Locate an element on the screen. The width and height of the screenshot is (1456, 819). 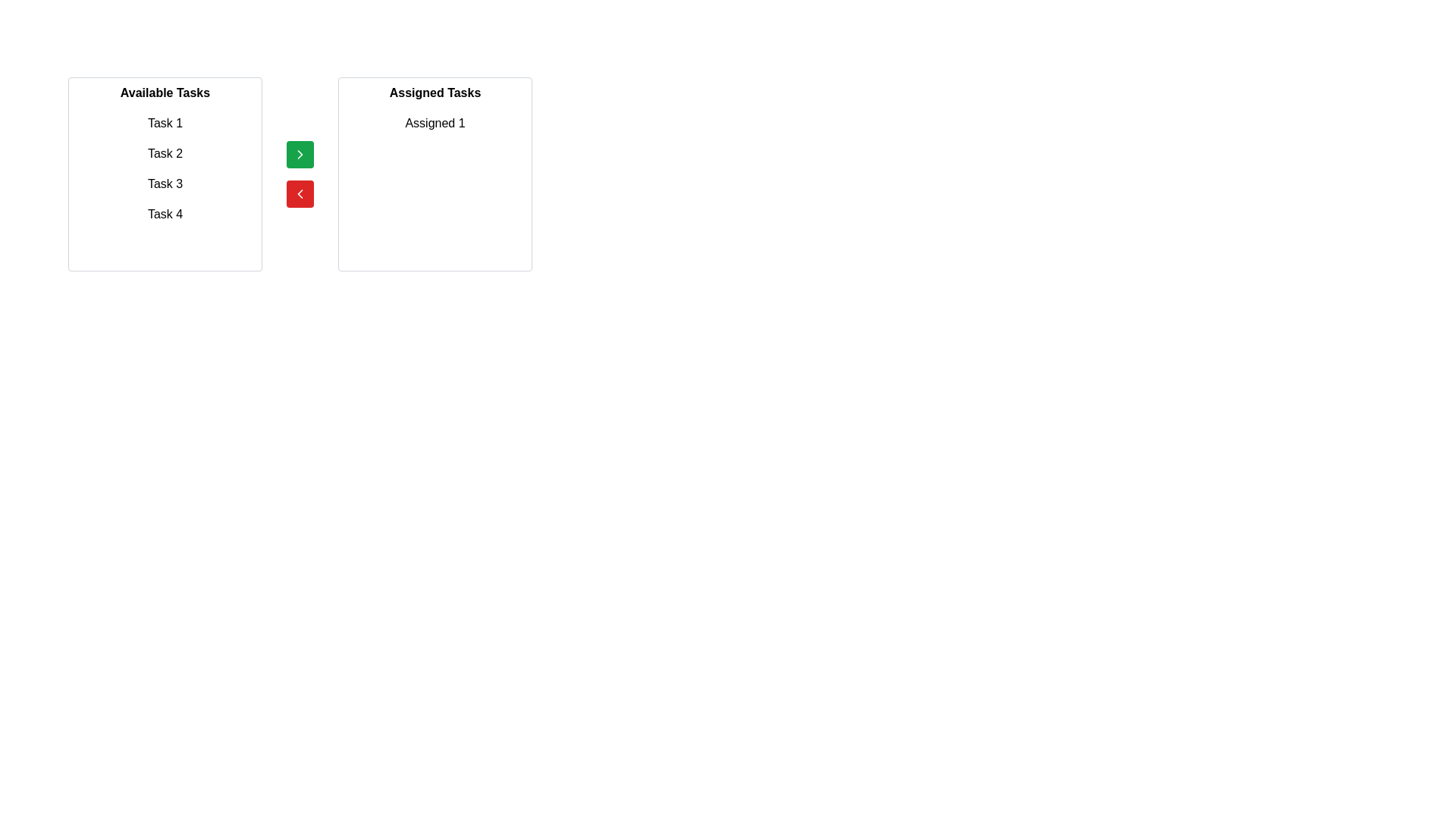
the left-pointing chevron icon button, which is styled with a thin stroke and no fill, located between the 'Available Tasks' and 'Assigned Tasks' columns is located at coordinates (300, 193).